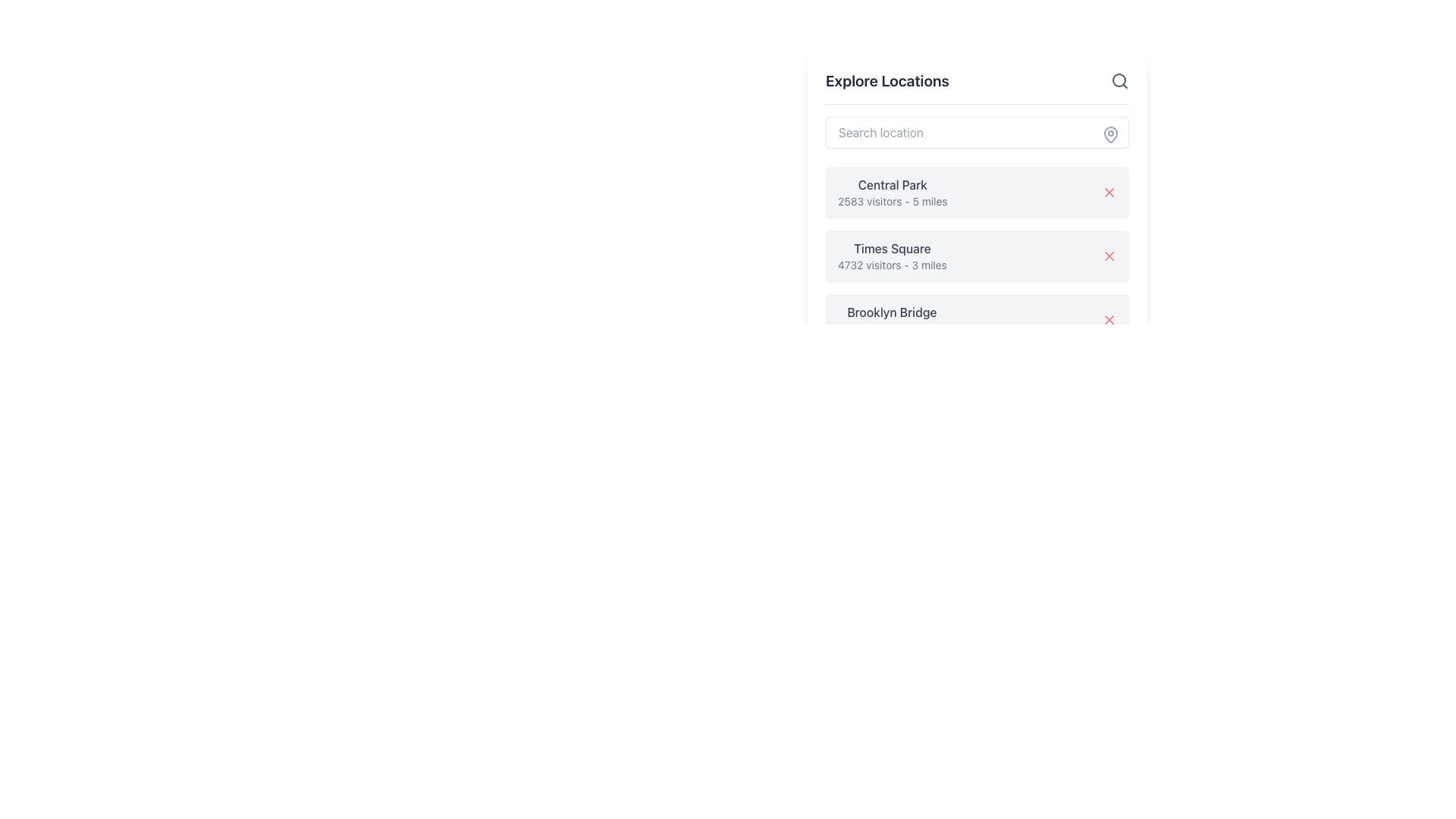 This screenshot has height=819, width=1456. Describe the element at coordinates (1119, 80) in the screenshot. I see `the SVG circle that forms part of the search icon located at the upper section of the interface, to the right of the 'Search location' text field` at that location.